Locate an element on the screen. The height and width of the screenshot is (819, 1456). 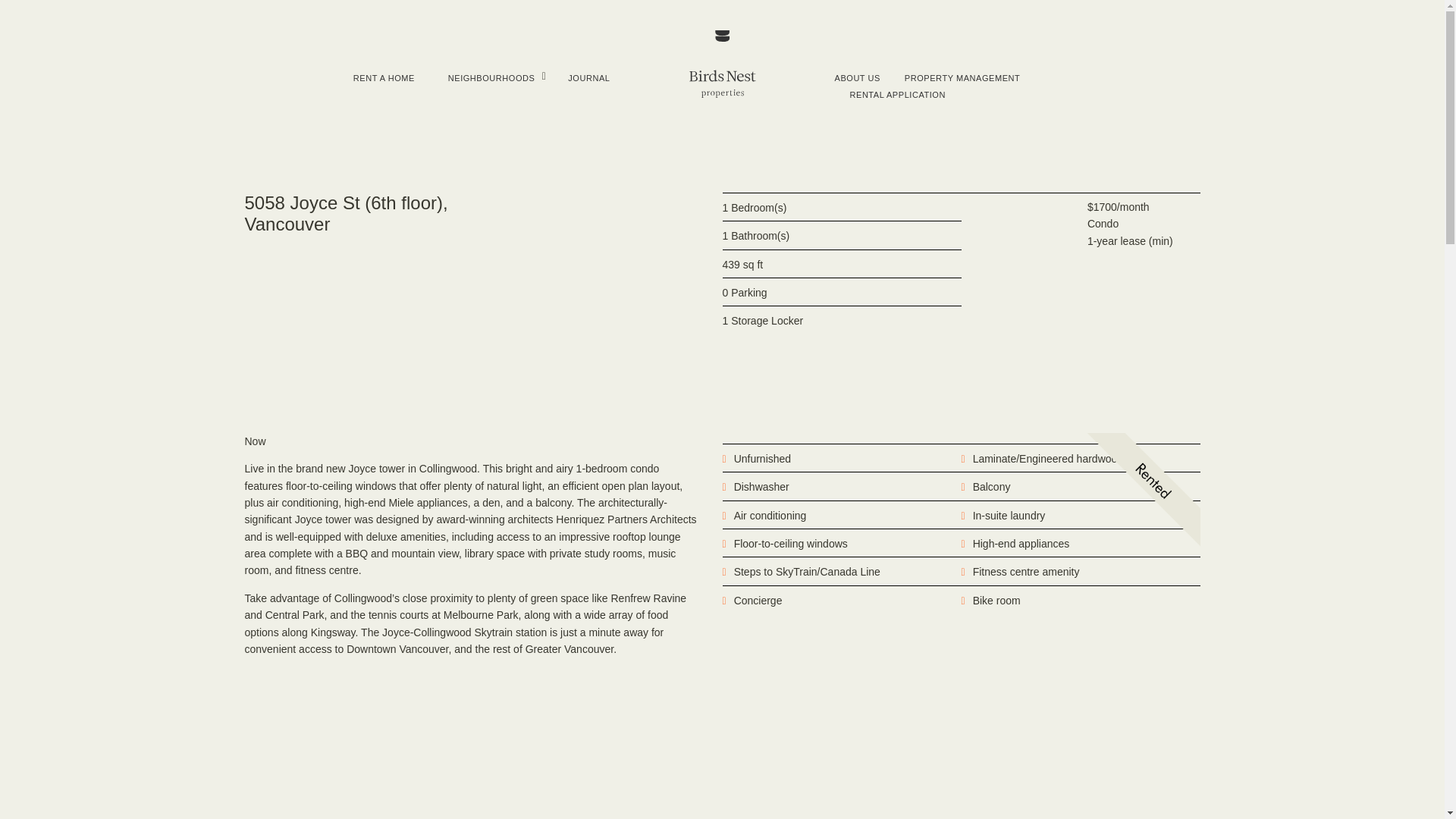
'PROPERTY MANAGEMENT' is located at coordinates (905, 78).